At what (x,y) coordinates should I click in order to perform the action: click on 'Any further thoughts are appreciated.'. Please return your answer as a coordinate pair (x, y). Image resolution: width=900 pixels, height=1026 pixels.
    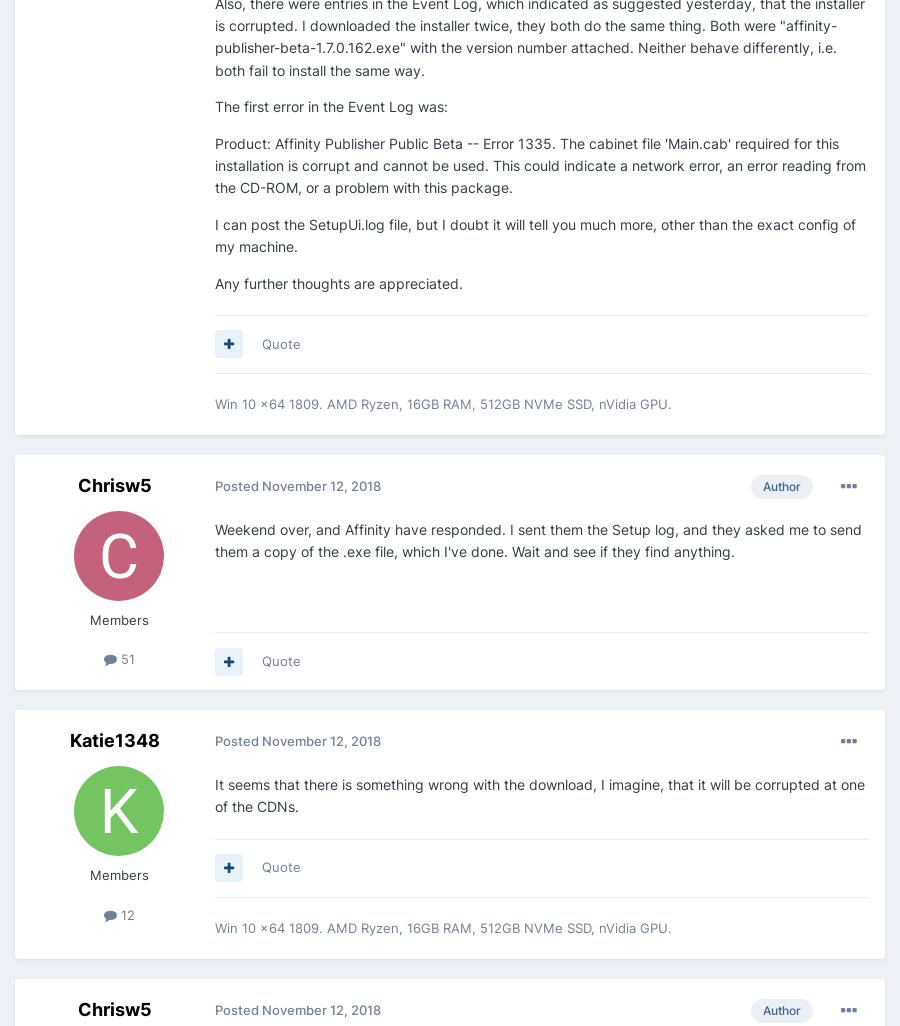
    Looking at the image, I should click on (339, 281).